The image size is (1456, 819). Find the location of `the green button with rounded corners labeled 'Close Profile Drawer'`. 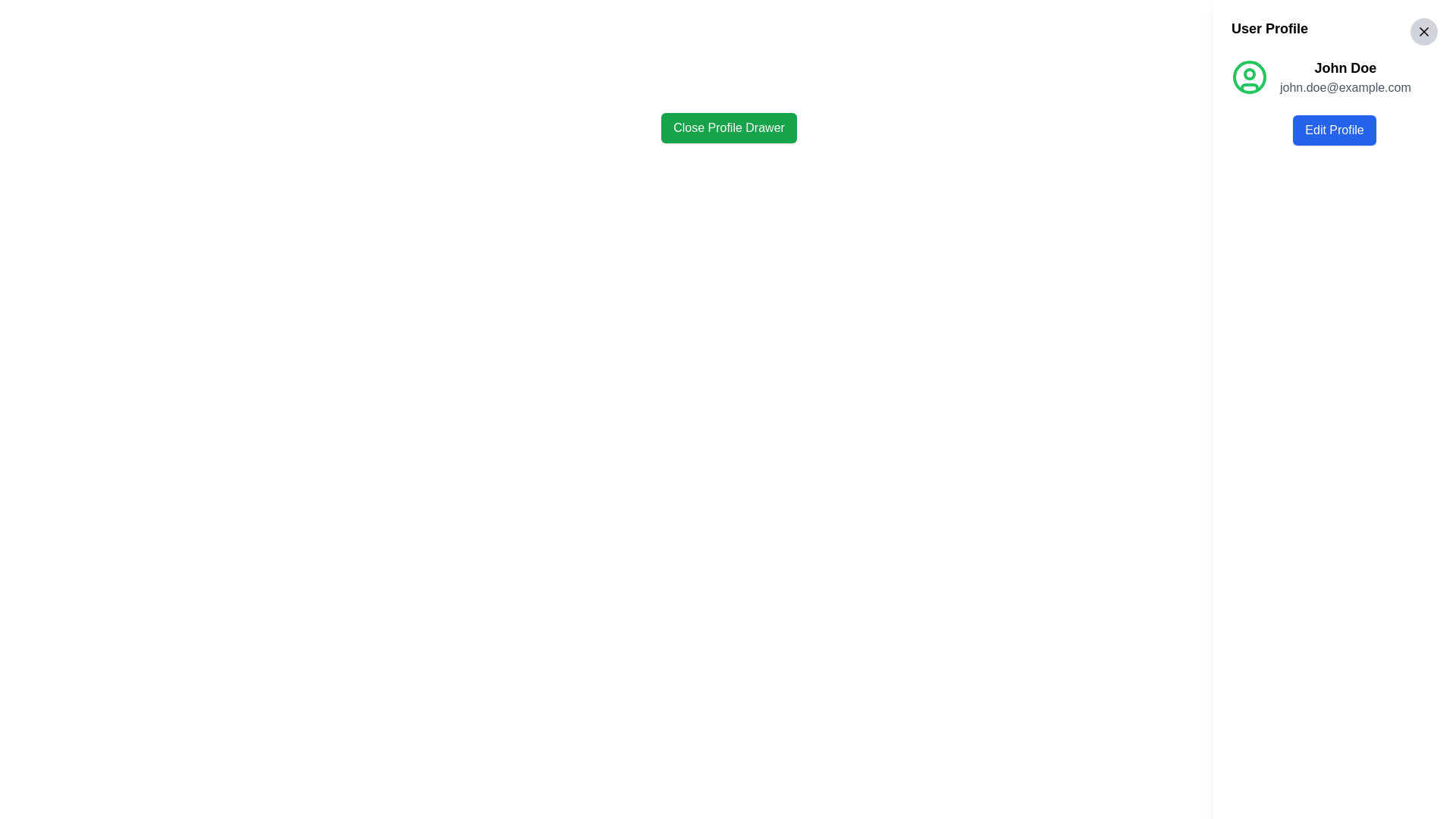

the green button with rounded corners labeled 'Close Profile Drawer' is located at coordinates (729, 127).